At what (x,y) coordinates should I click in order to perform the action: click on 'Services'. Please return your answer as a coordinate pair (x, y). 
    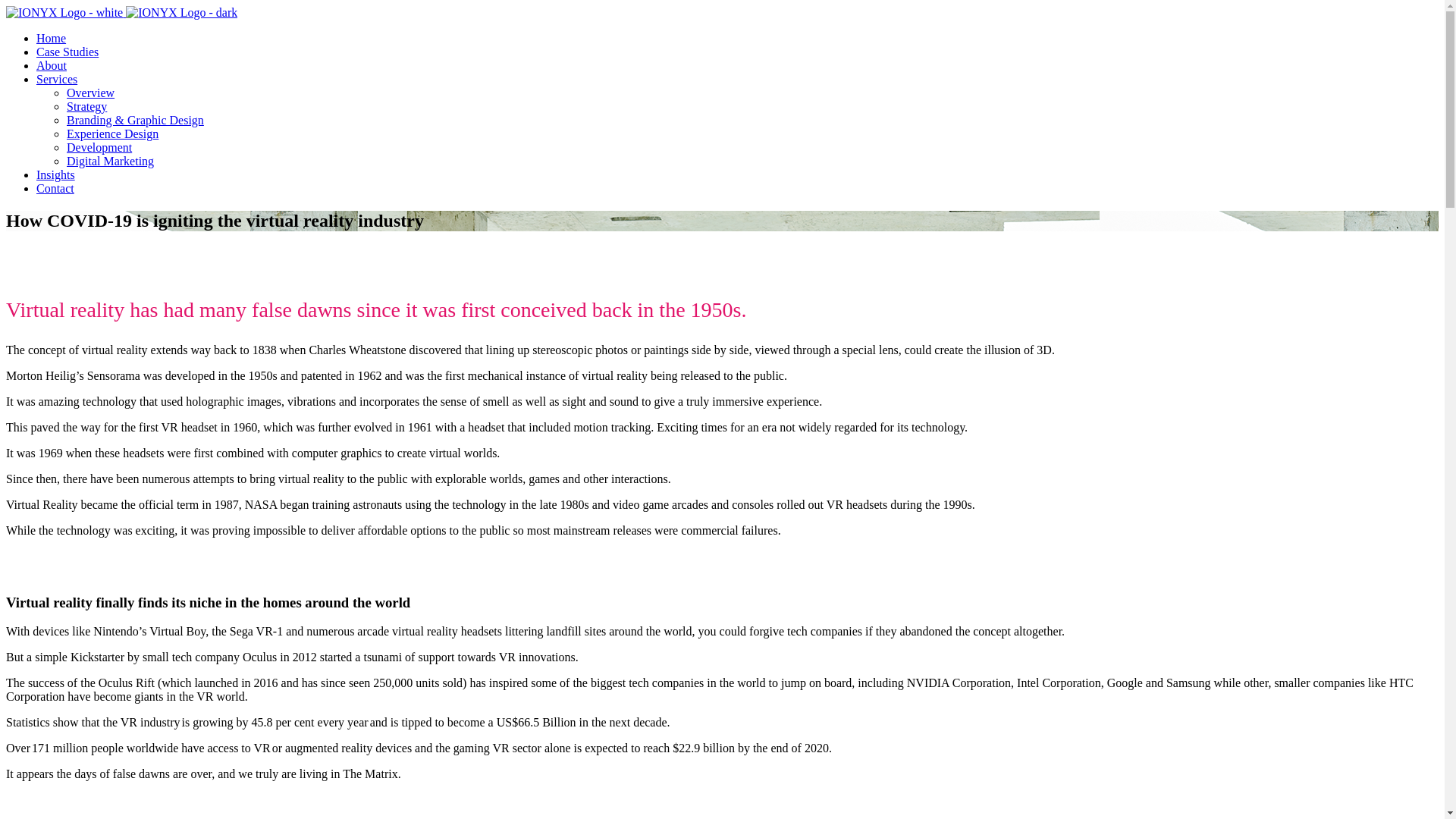
    Looking at the image, I should click on (36, 79).